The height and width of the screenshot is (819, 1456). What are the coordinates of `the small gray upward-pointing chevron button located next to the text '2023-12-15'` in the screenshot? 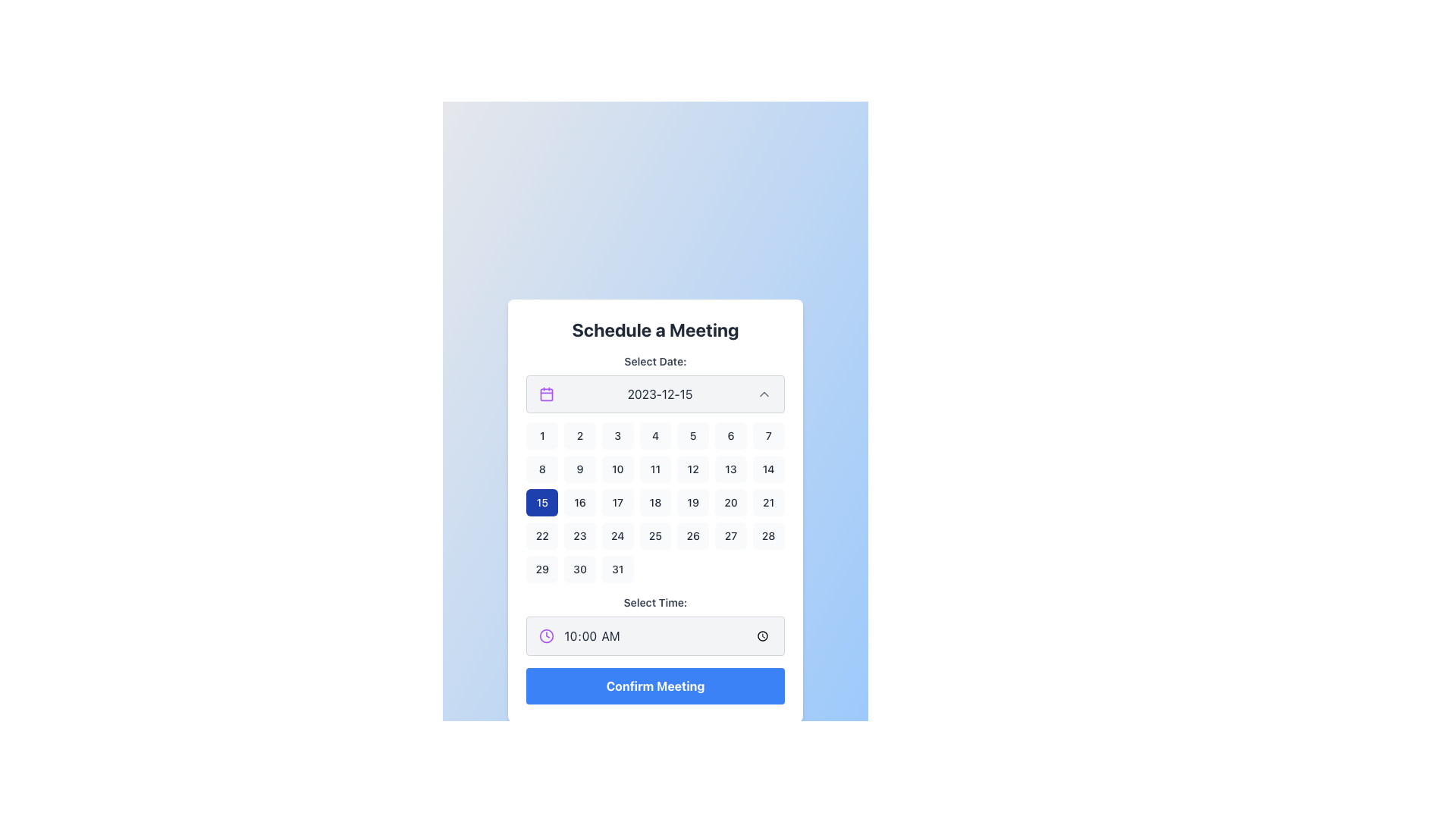 It's located at (764, 394).